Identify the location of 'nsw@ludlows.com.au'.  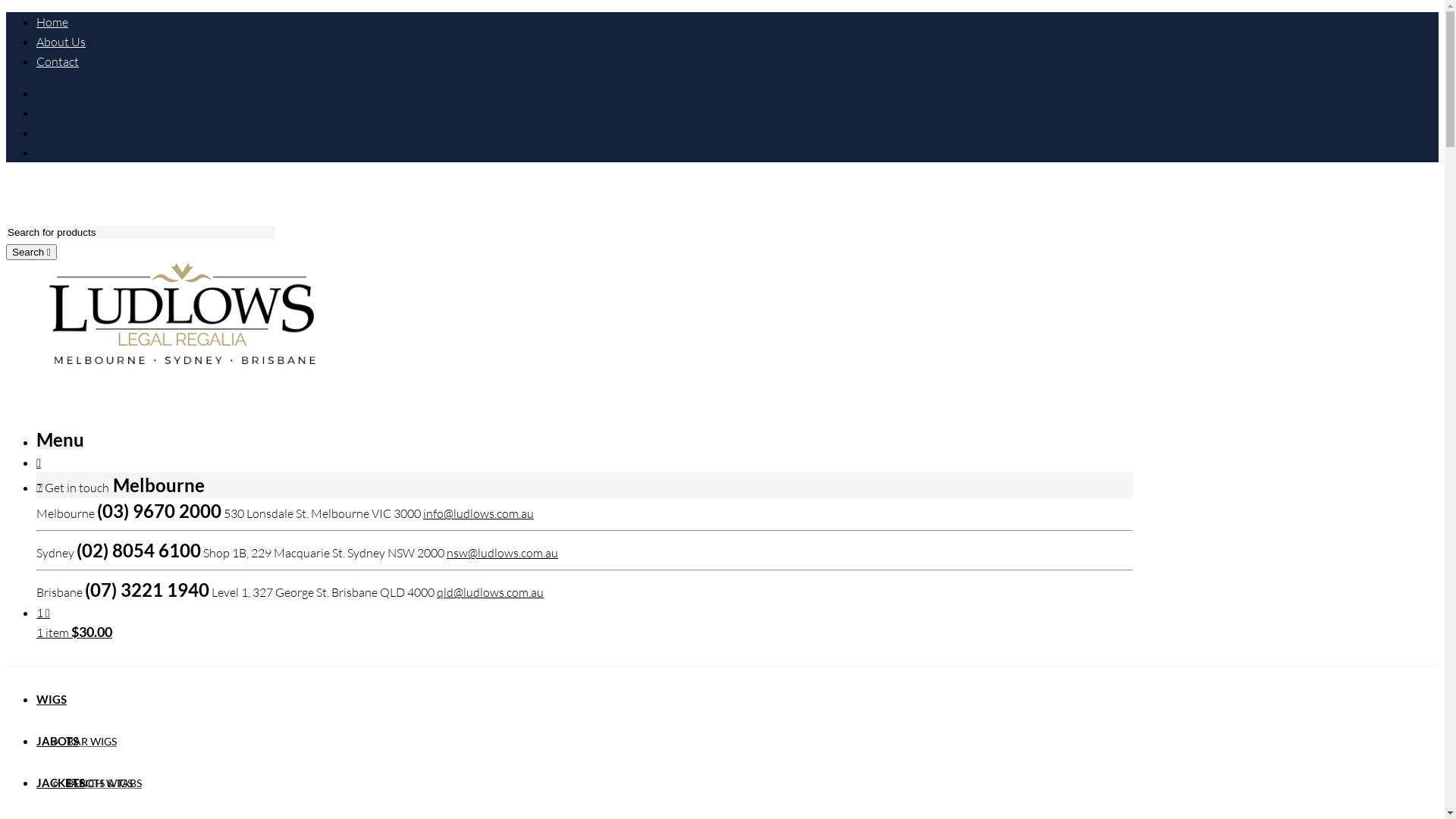
(446, 553).